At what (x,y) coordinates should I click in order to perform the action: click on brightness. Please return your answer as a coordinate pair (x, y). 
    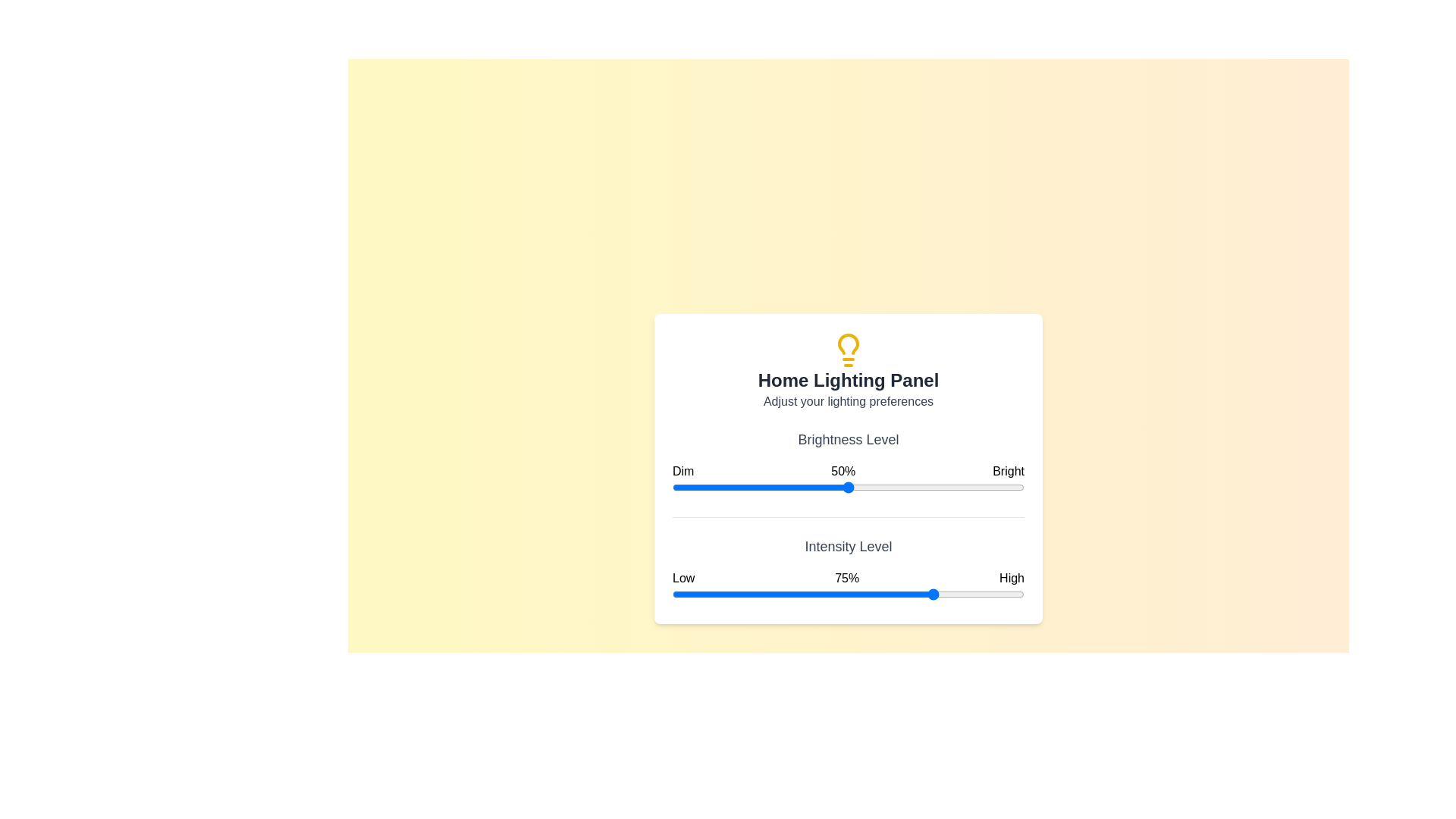
    Looking at the image, I should click on (993, 487).